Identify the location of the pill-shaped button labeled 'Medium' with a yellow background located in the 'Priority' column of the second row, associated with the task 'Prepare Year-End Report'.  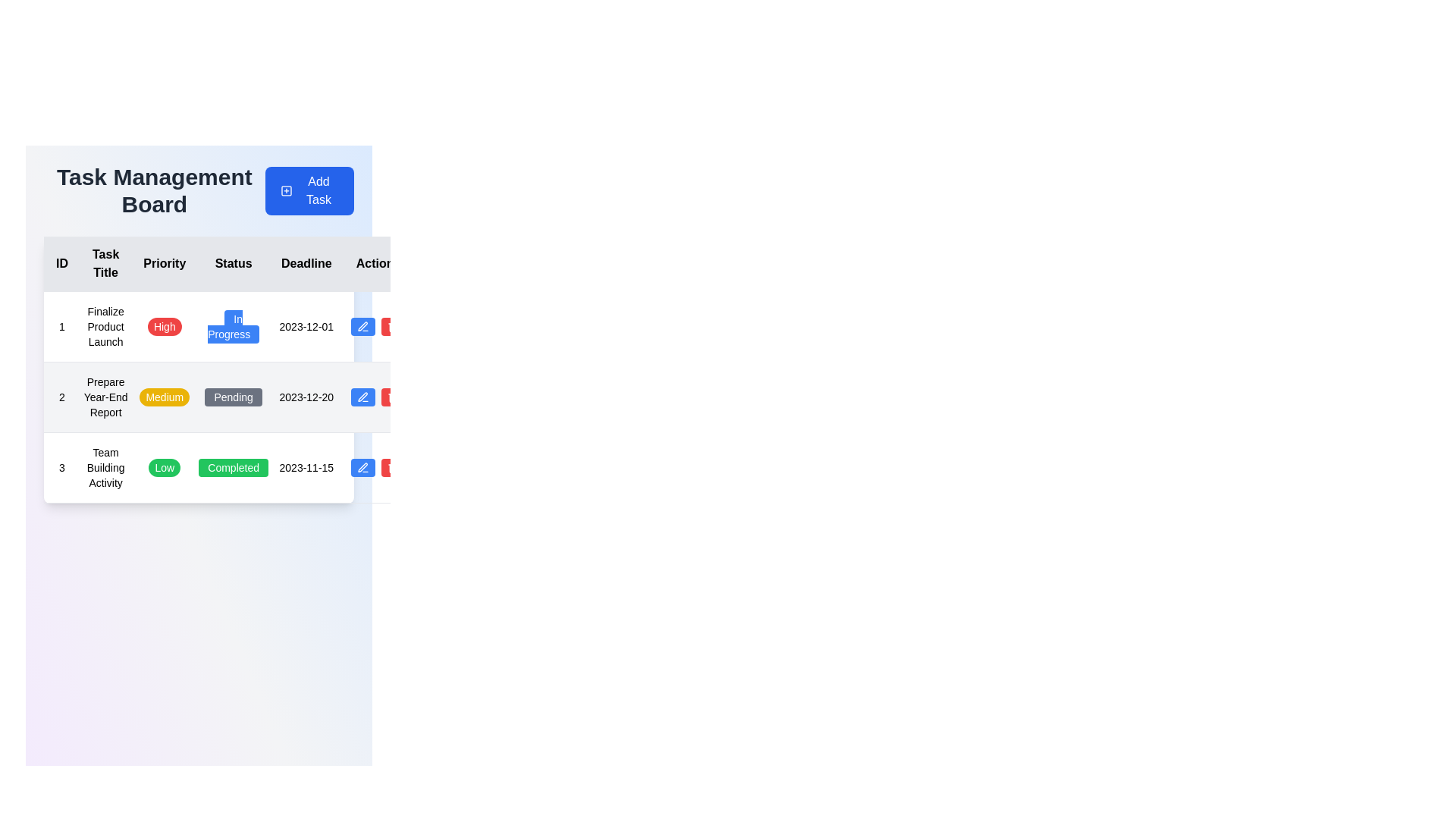
(165, 397).